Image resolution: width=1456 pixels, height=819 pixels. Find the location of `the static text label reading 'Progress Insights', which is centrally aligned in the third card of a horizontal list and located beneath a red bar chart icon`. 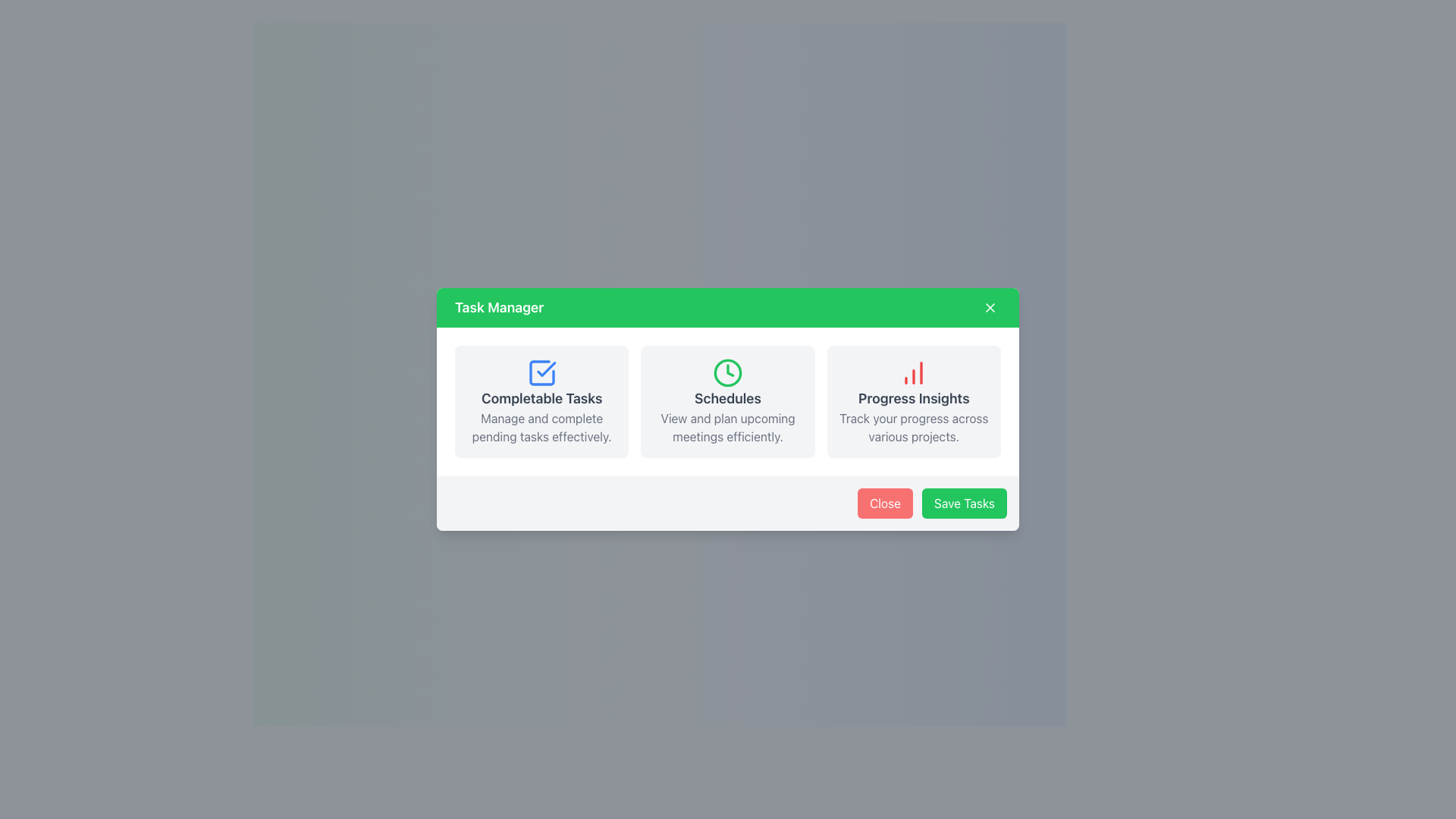

the static text label reading 'Progress Insights', which is centrally aligned in the third card of a horizontal list and located beneath a red bar chart icon is located at coordinates (913, 397).